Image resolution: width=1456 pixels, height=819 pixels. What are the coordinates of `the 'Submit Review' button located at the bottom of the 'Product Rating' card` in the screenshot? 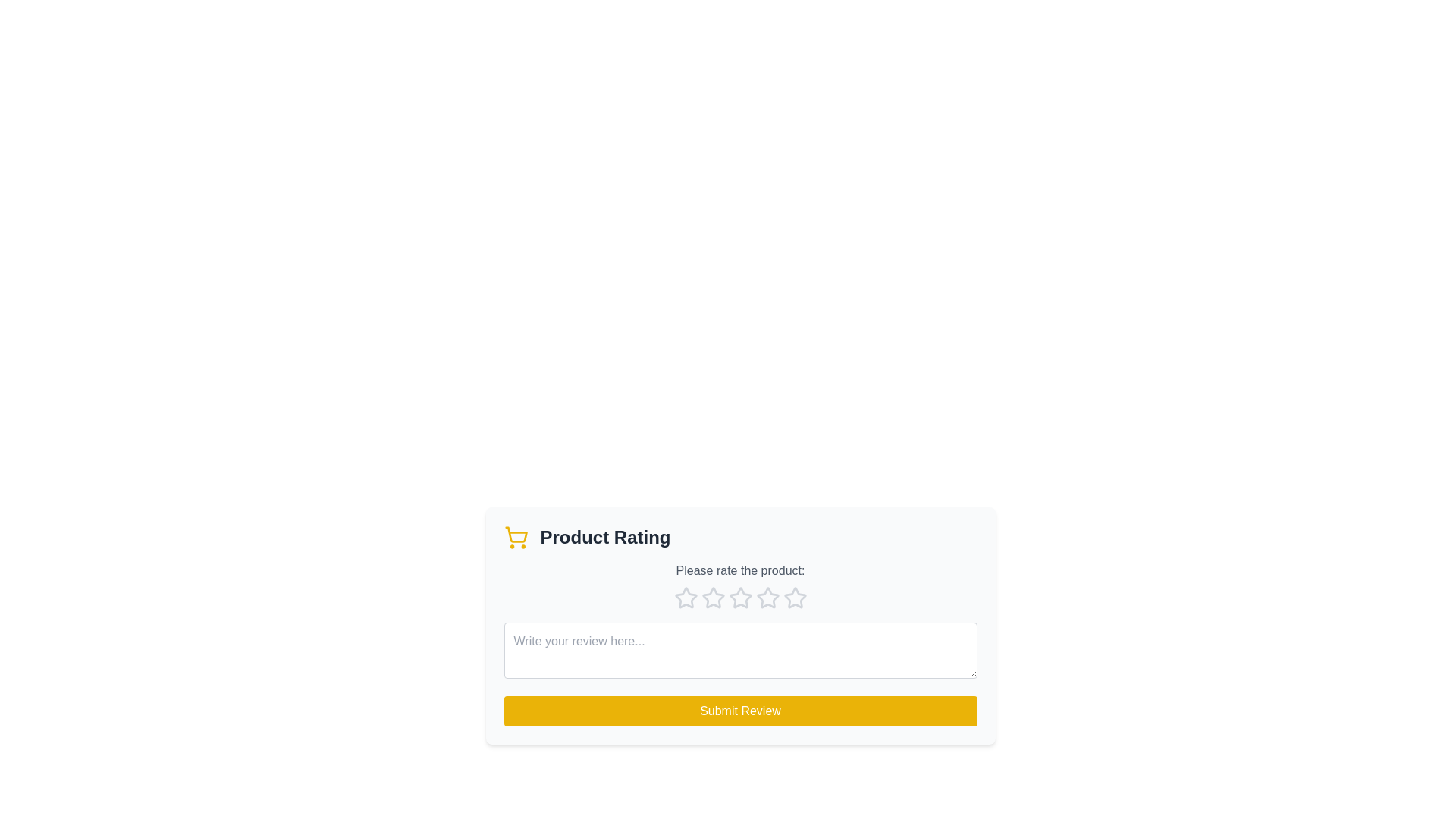 It's located at (740, 711).